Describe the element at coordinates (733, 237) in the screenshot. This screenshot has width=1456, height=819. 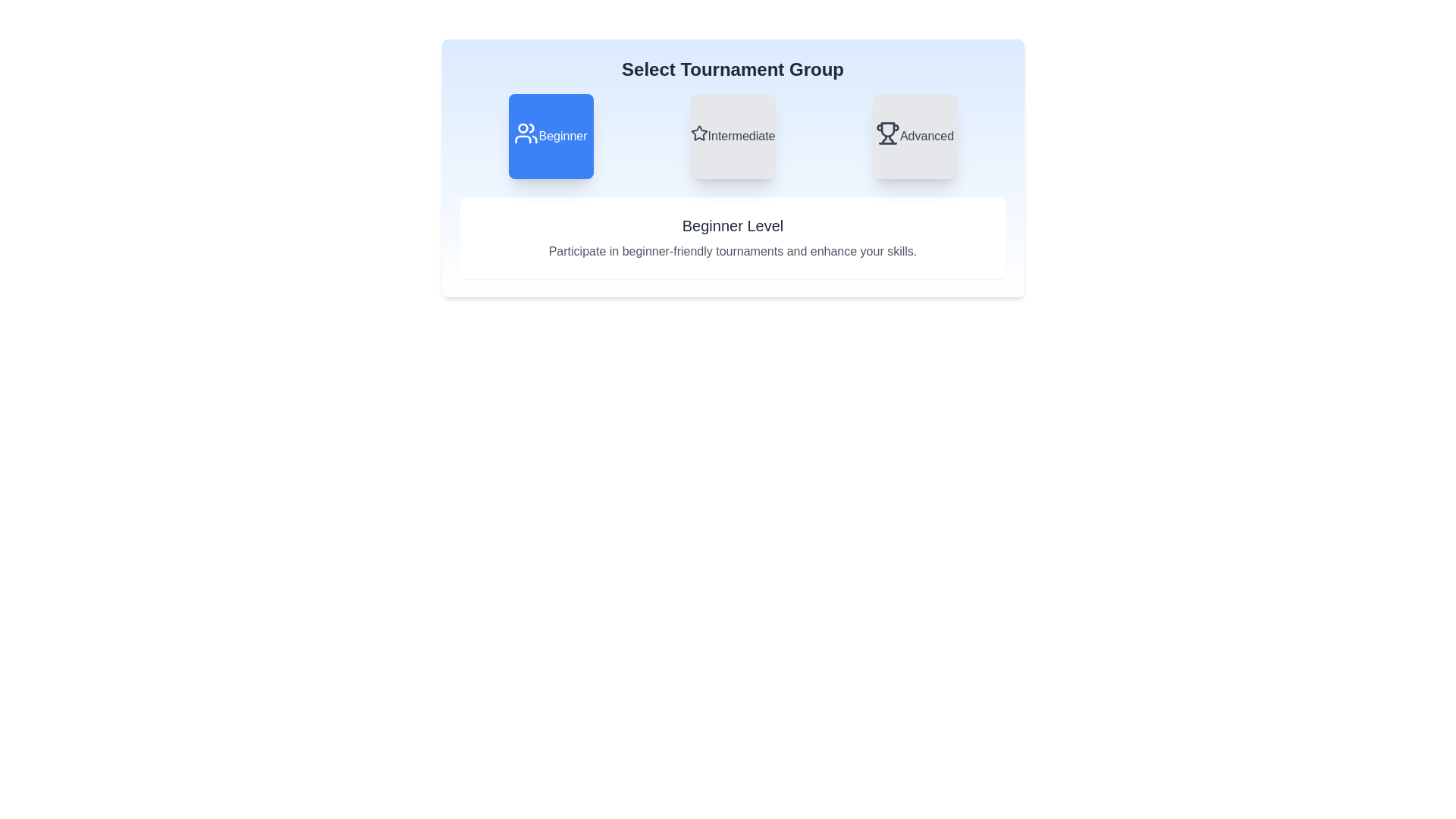
I see `the Informational Section that provides information about beginner level tournaments, located centrally beneath the buttons labeled 'Beginner,' 'Intermediate,' and 'Advanced.'` at that location.